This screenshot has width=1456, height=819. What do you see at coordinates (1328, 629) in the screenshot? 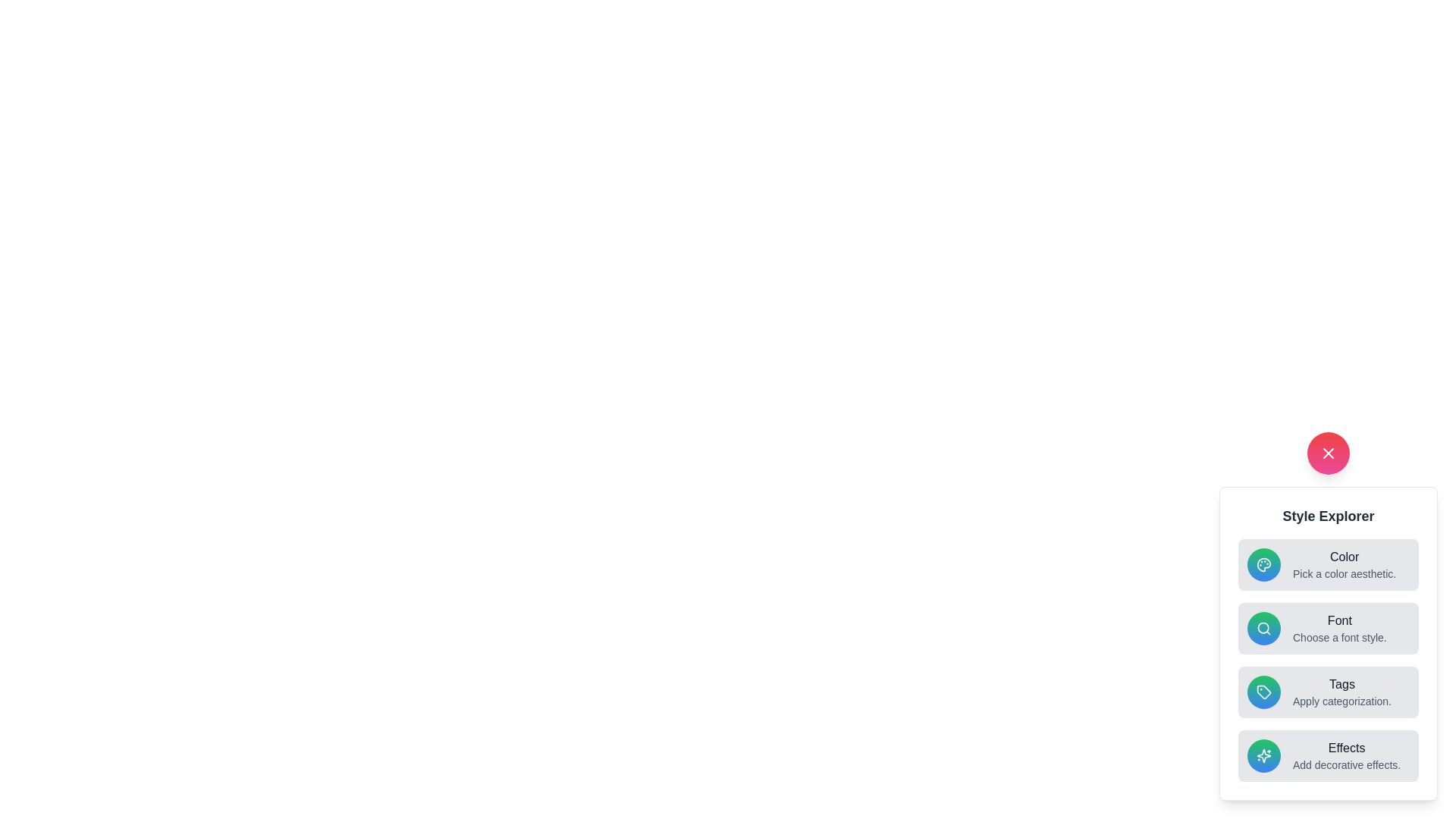
I see `the style option labeled Font to view its hover effect` at bounding box center [1328, 629].